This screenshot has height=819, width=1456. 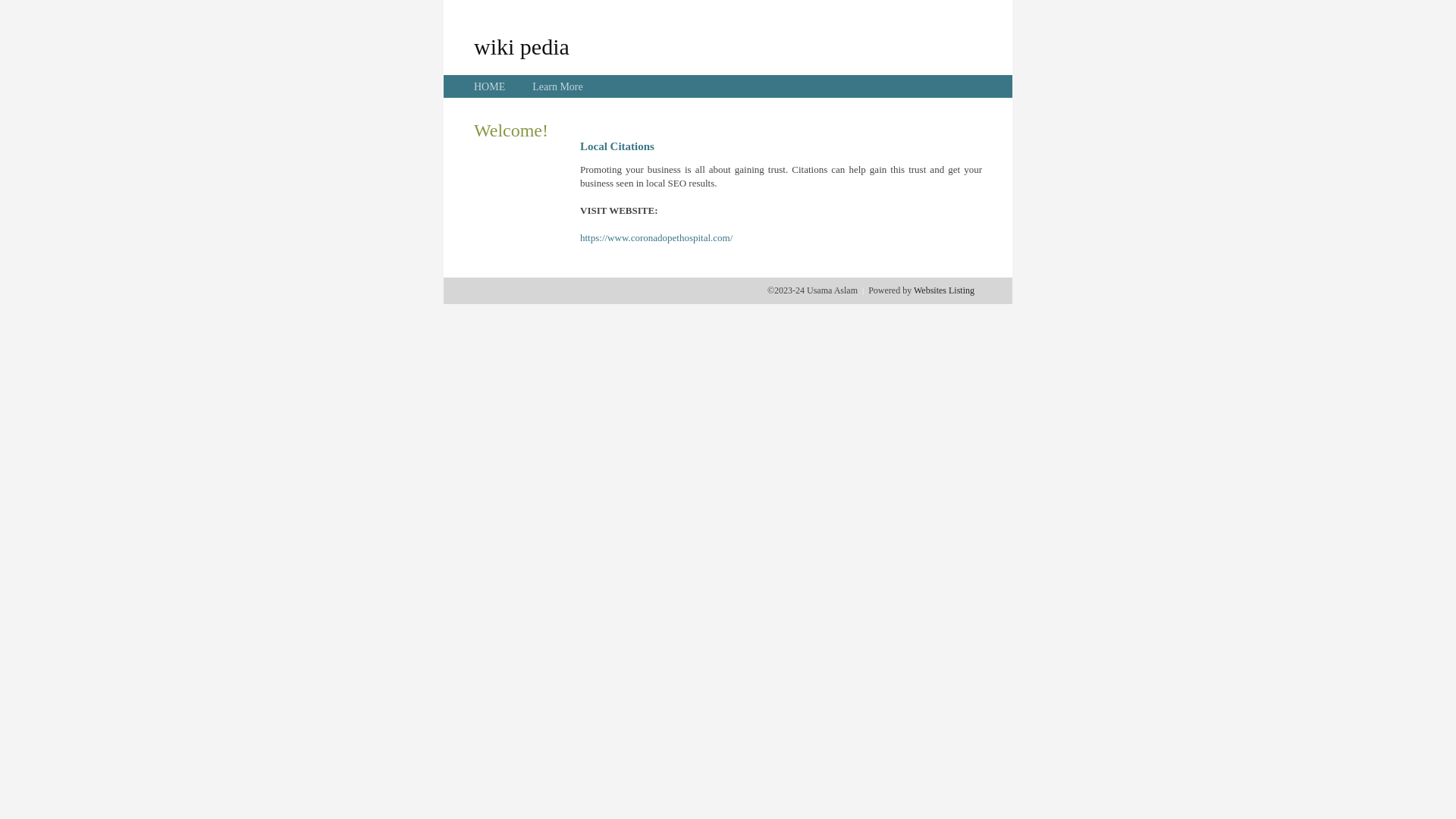 What do you see at coordinates (521, 45) in the screenshot?
I see `'wiki pedia'` at bounding box center [521, 45].